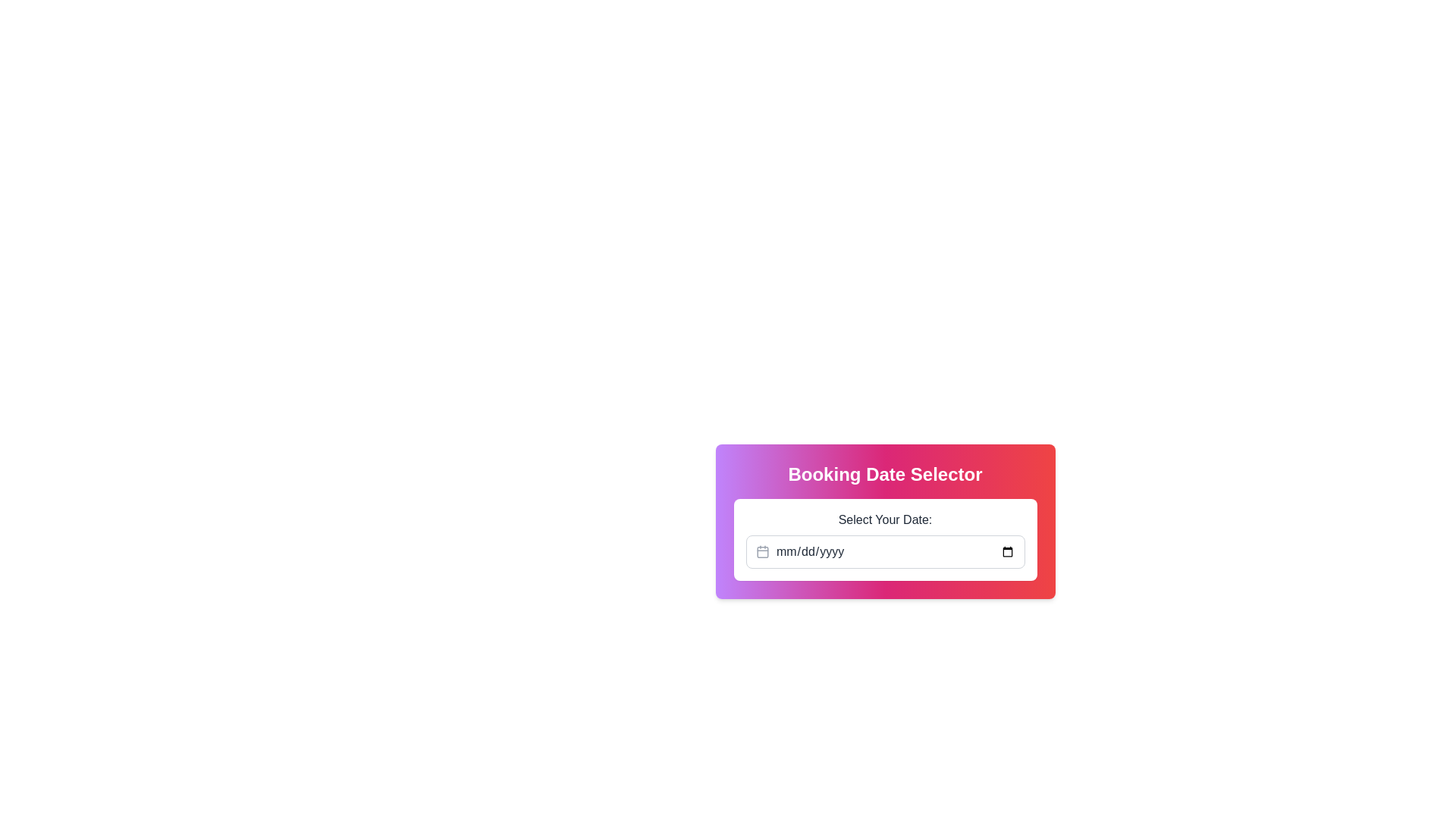 The height and width of the screenshot is (819, 1456). What do you see at coordinates (885, 519) in the screenshot?
I see `the static text label that provides a description for the date input field, which is centrally located above the input field` at bounding box center [885, 519].